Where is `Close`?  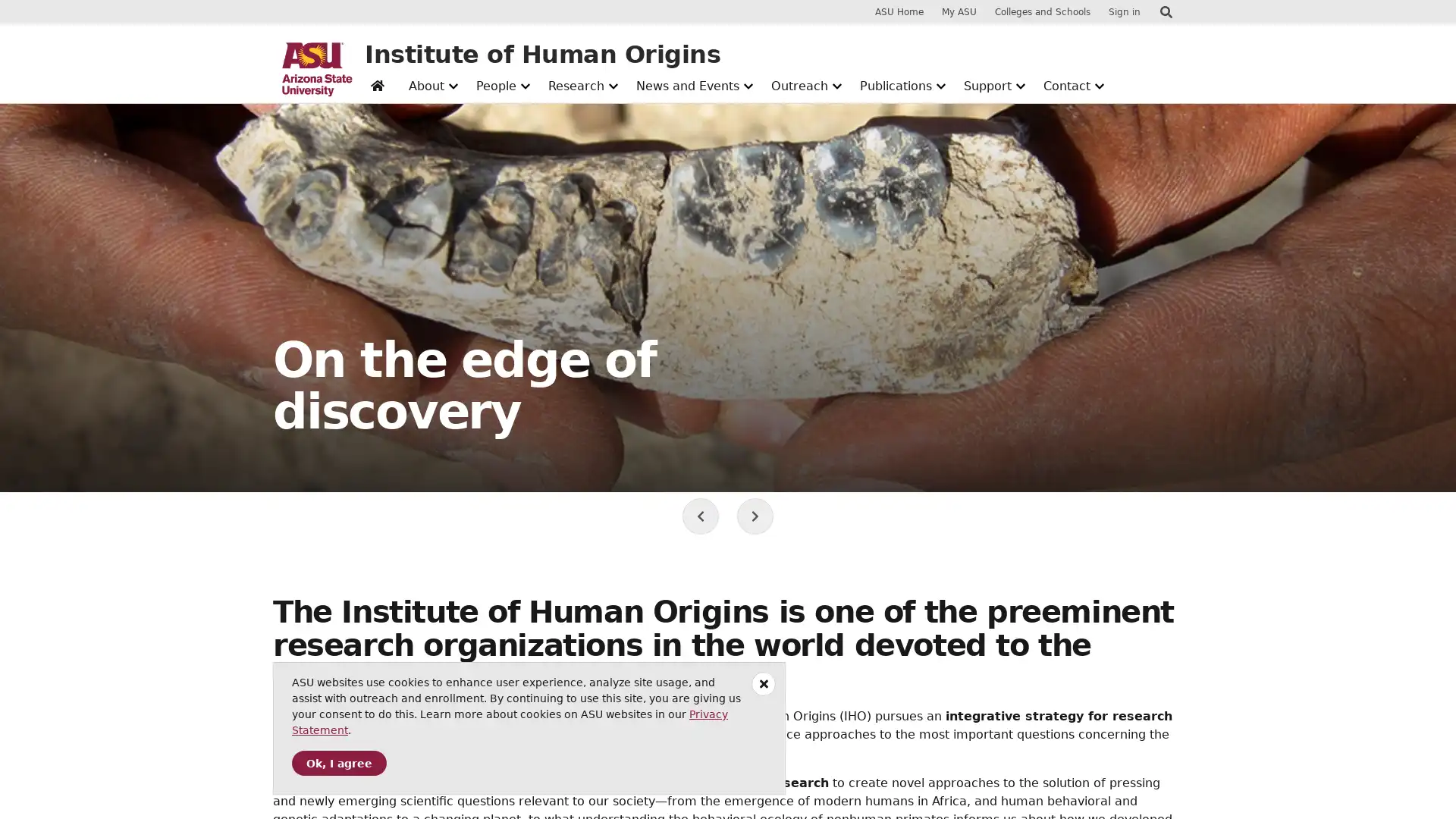 Close is located at coordinates (764, 684).